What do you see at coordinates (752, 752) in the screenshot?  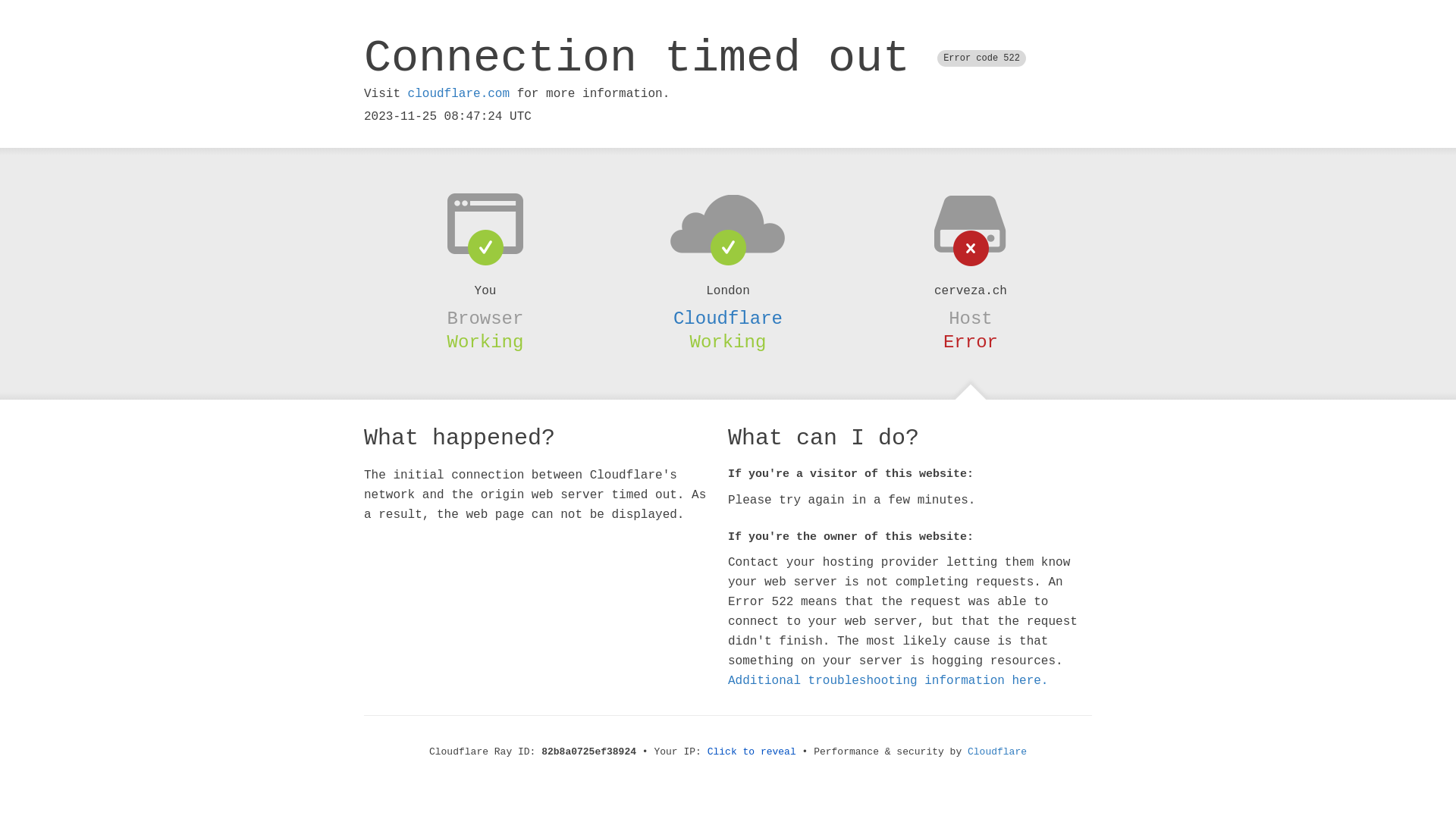 I see `'Click to reveal'` at bounding box center [752, 752].